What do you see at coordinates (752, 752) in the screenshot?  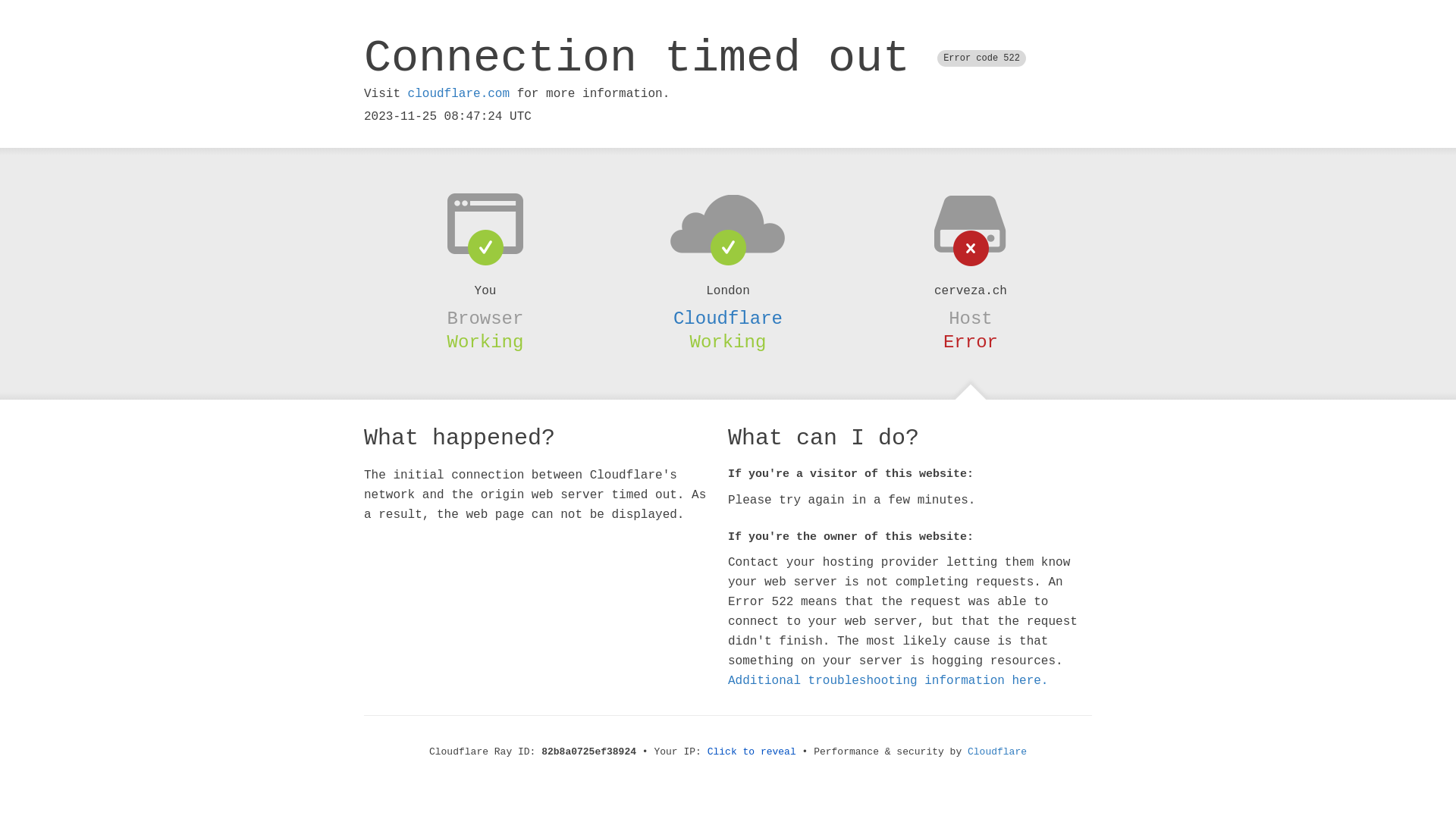 I see `'Click to reveal'` at bounding box center [752, 752].